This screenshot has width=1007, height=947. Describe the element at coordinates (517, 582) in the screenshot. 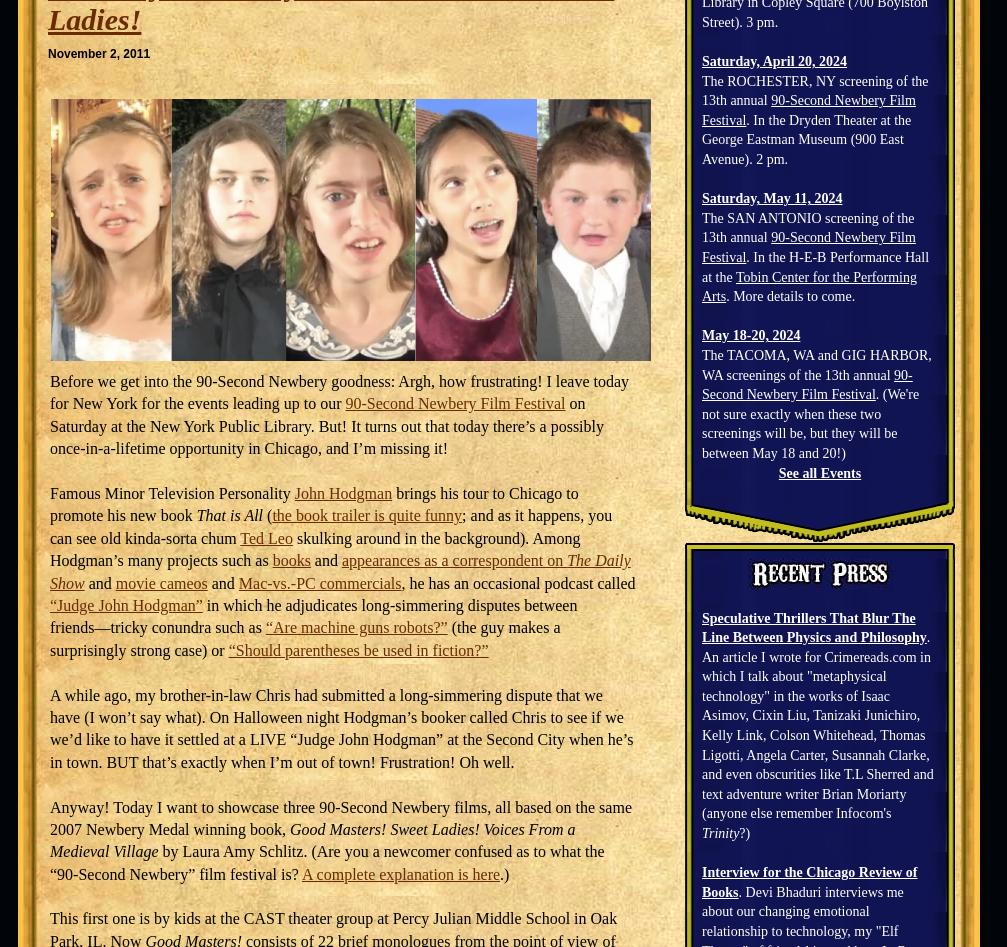

I see `', he has an occasional podcast called'` at that location.